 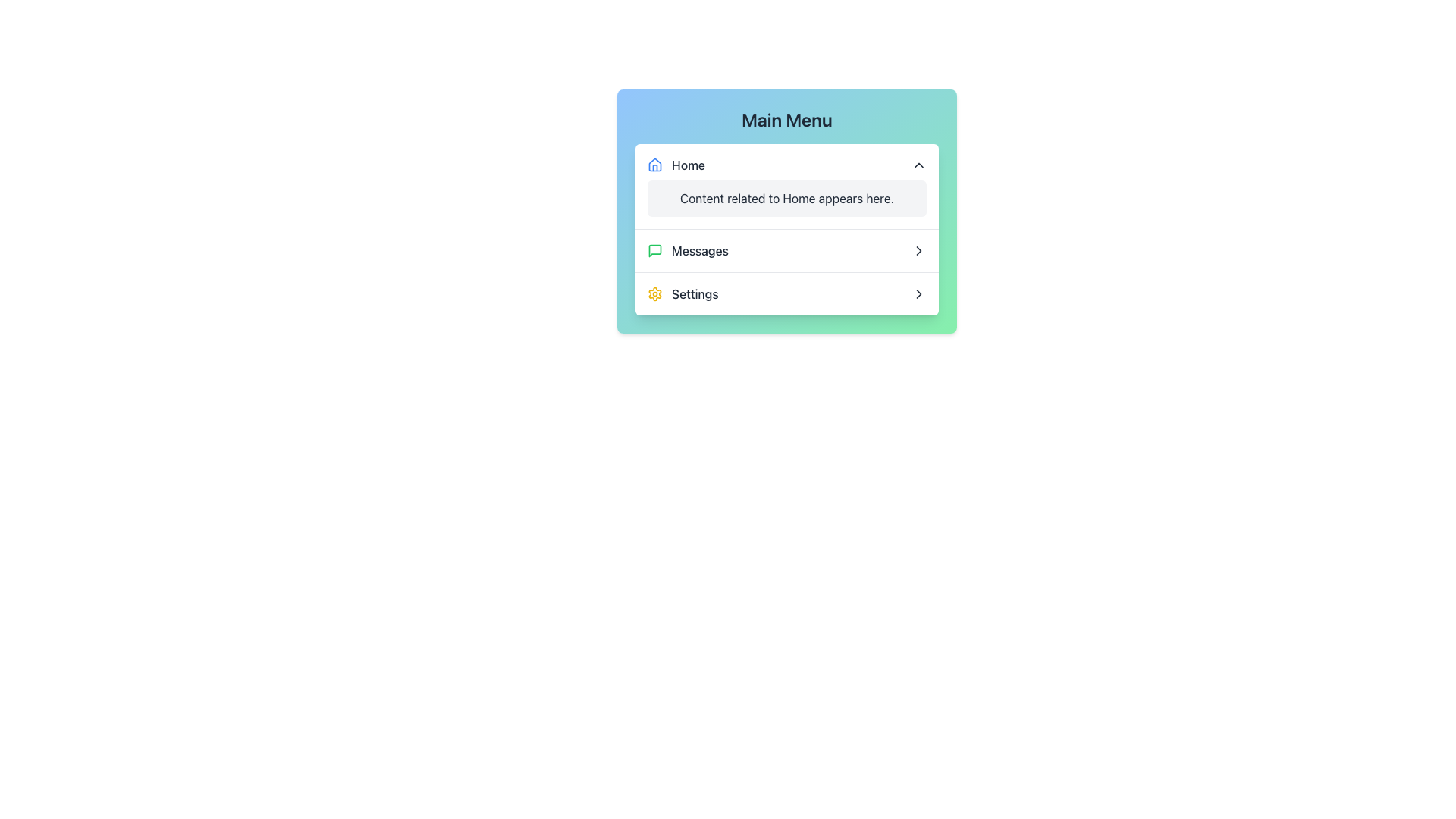 I want to click on the right-facing chevron icon located at the far-right end of the 'Settings' row in the menu, so click(x=918, y=294).